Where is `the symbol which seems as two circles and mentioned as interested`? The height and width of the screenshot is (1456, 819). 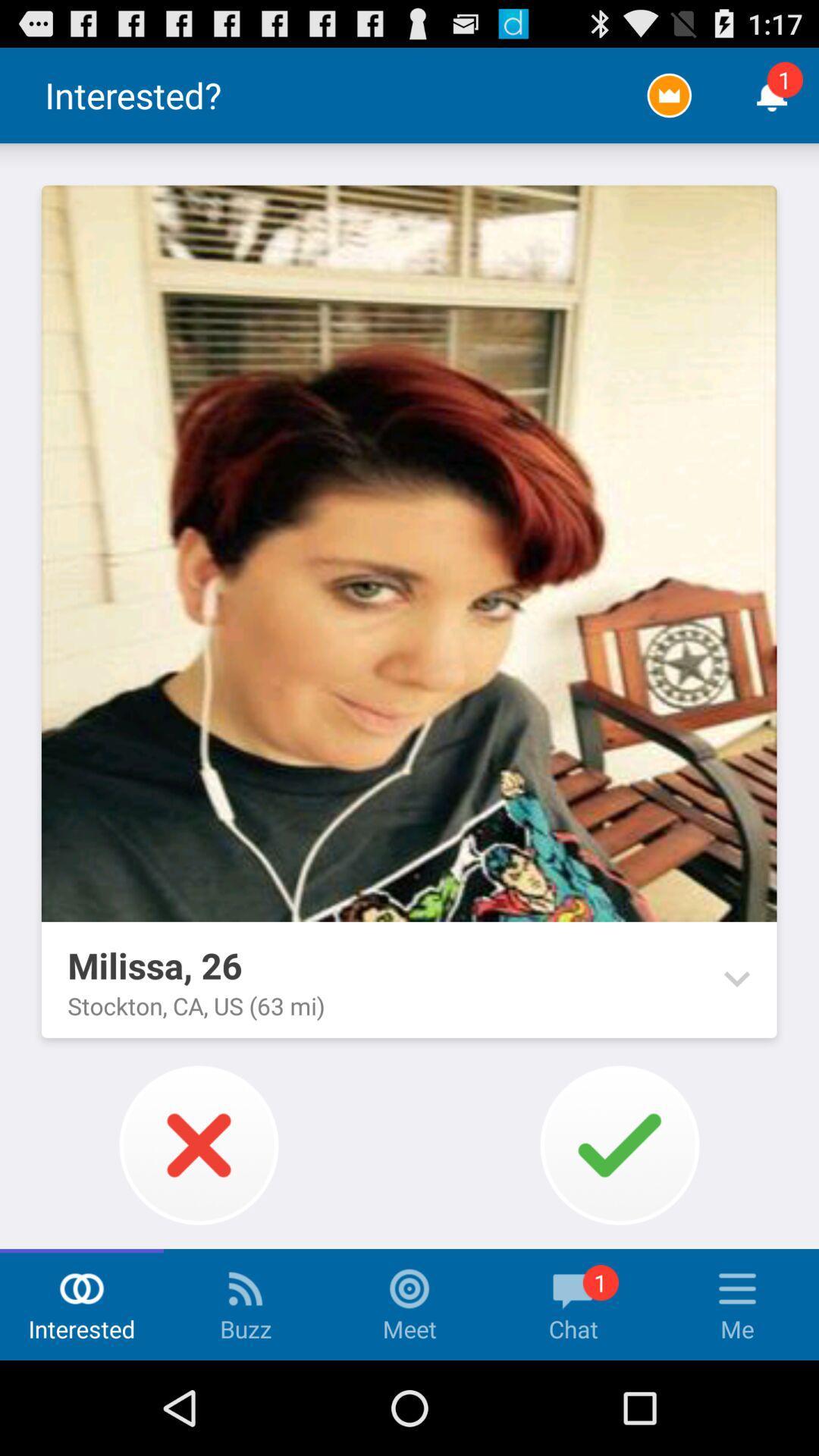 the symbol which seems as two circles and mentioned as interested is located at coordinates (82, 1288).